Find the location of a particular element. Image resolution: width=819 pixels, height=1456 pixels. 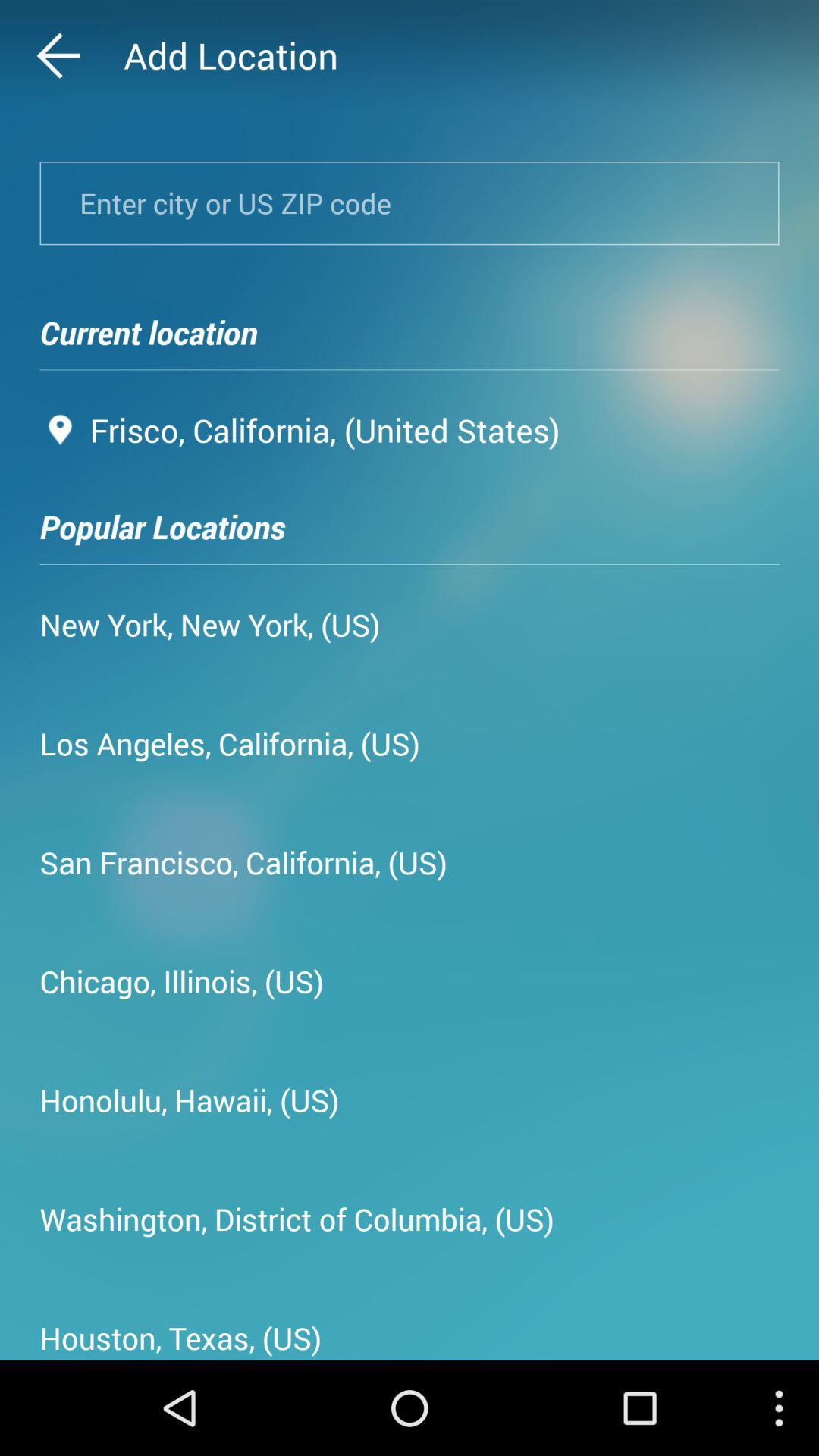

the arrow_backward icon is located at coordinates (87, 59).